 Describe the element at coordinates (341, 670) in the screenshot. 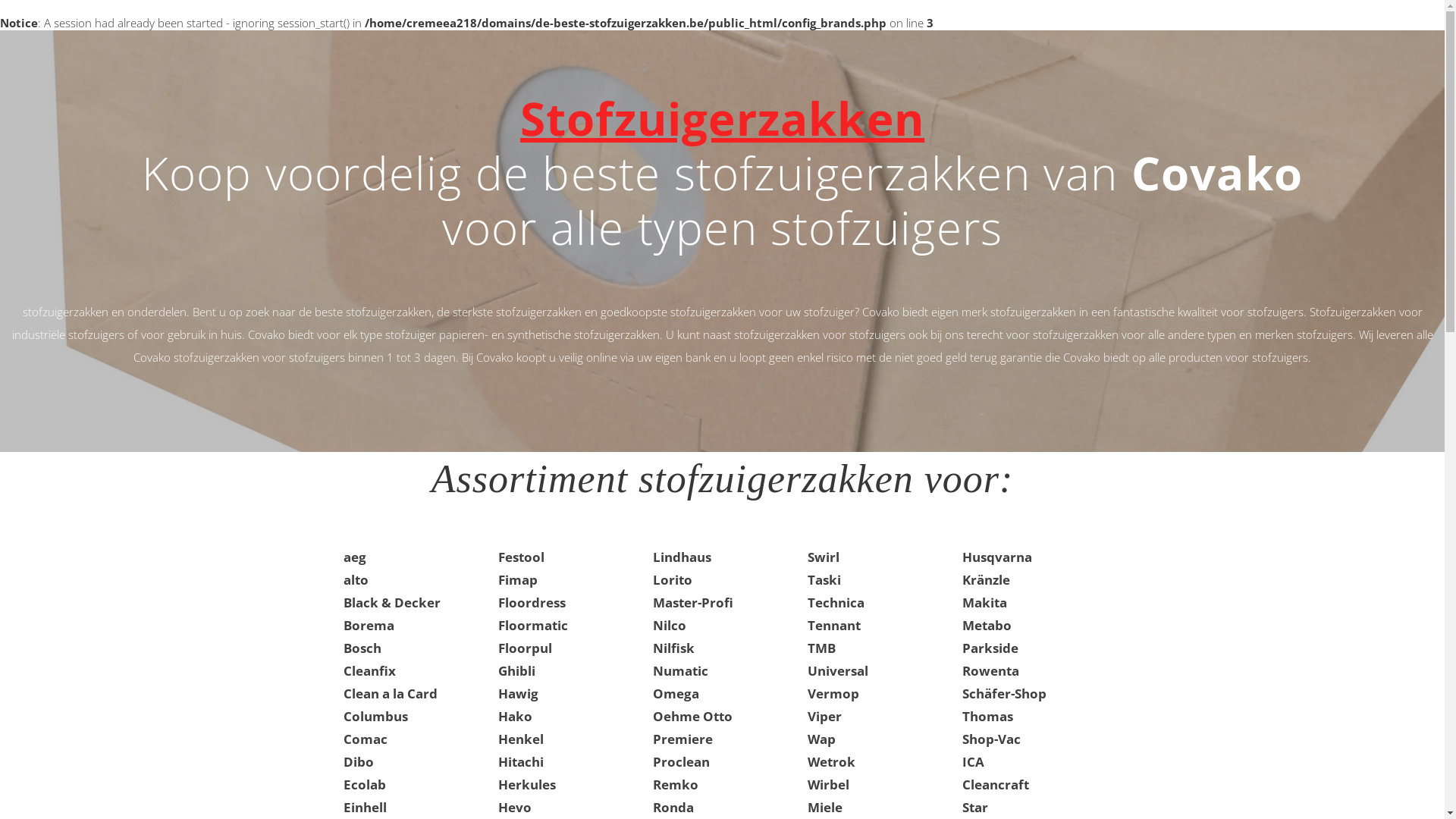

I see `'Cleanfix'` at that location.